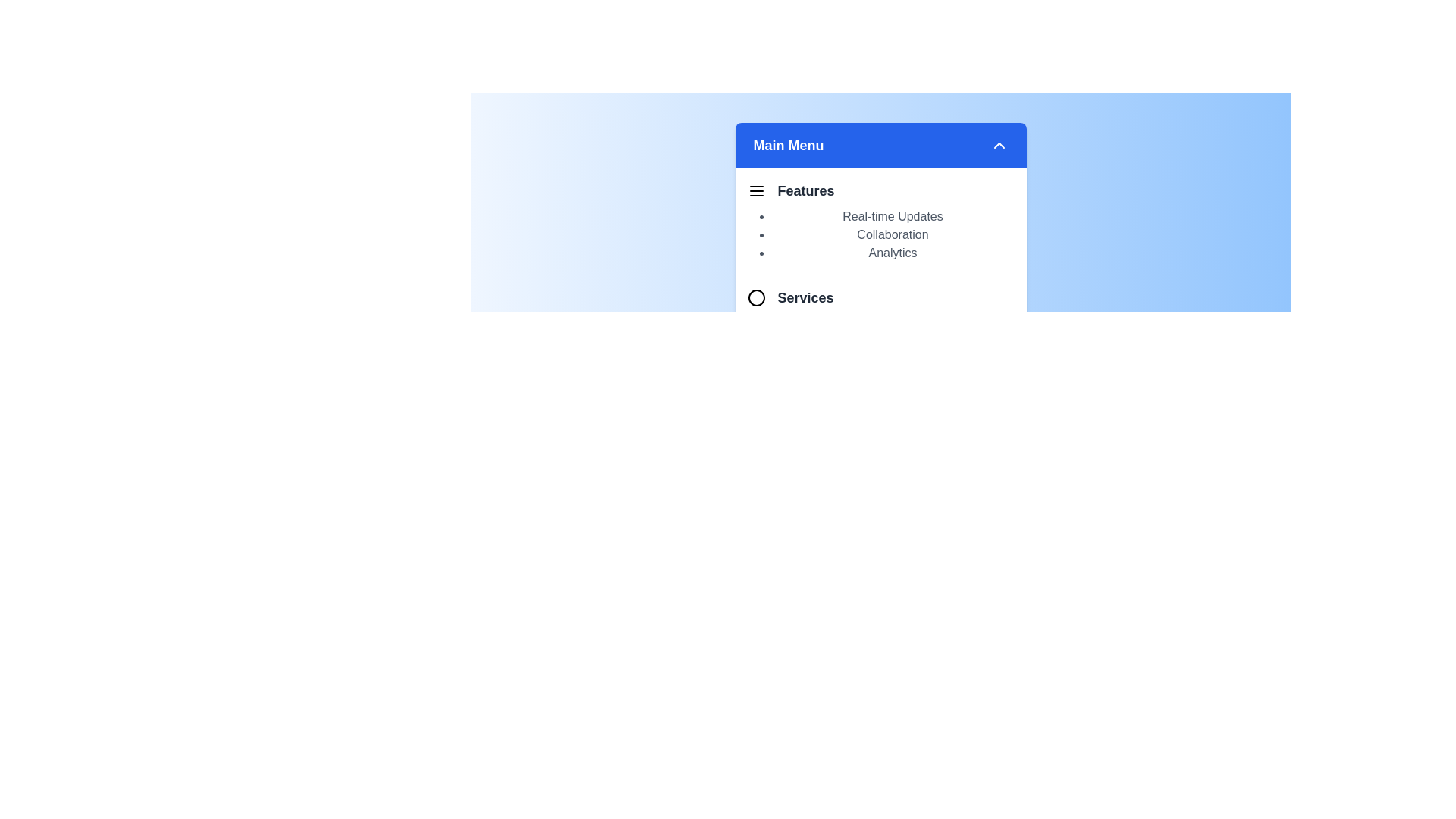 The height and width of the screenshot is (819, 1456). I want to click on the item Real-time Updates from the list, so click(893, 216).